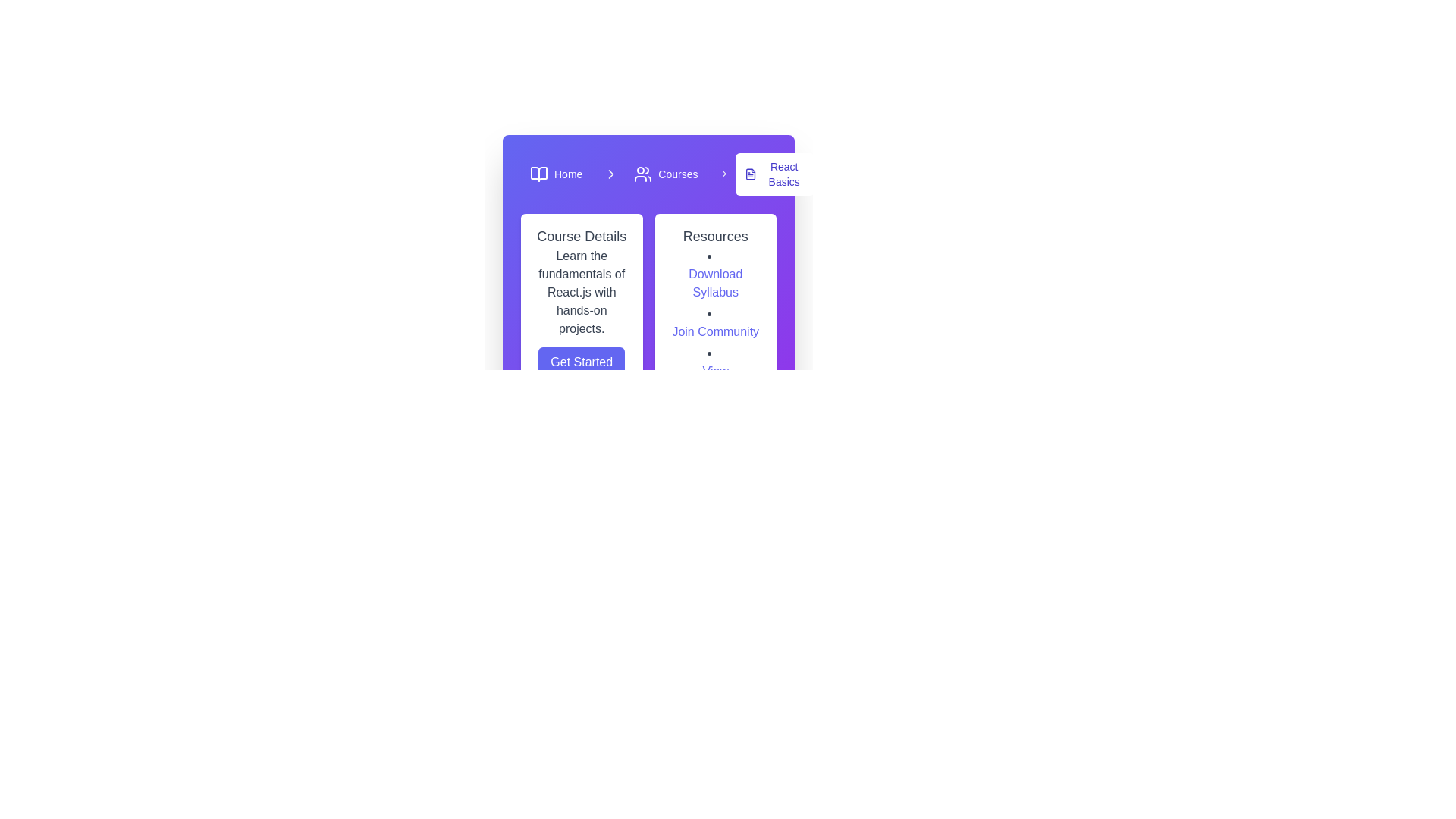 Image resolution: width=1456 pixels, height=819 pixels. Describe the element at coordinates (714, 331) in the screenshot. I see `the second hyperlink in the 'Resources' section` at that location.